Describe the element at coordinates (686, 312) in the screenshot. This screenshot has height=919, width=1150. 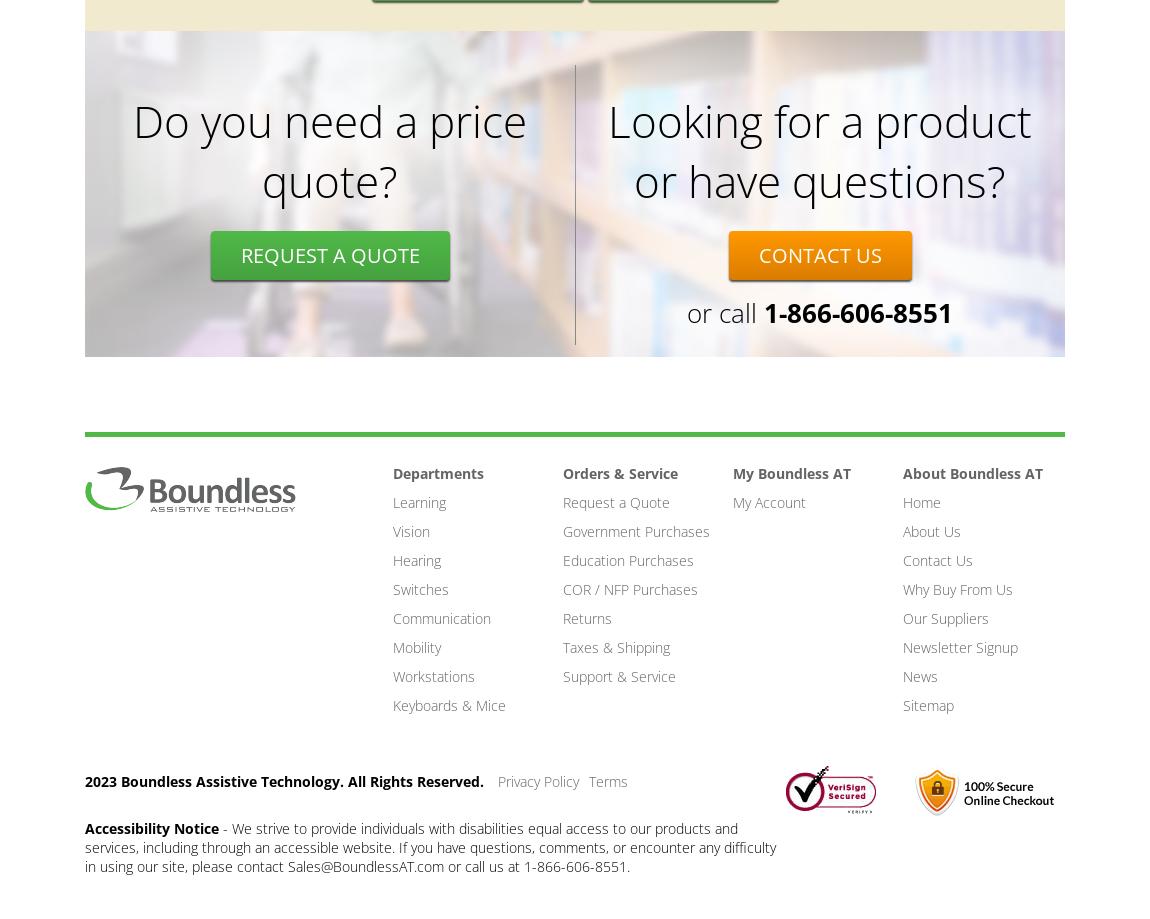
I see `'or call'` at that location.